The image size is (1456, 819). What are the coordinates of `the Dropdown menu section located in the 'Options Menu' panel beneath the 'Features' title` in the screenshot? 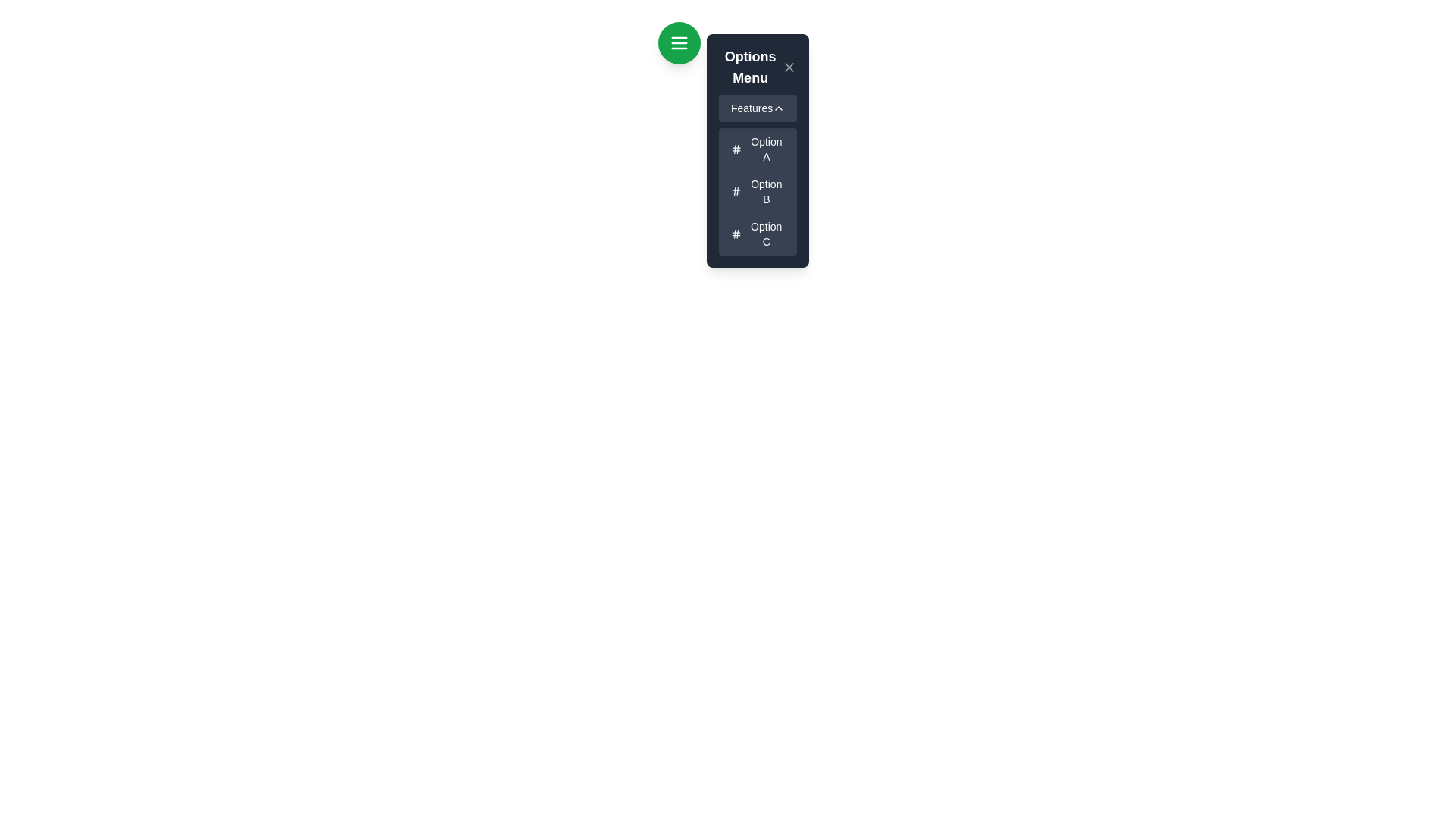 It's located at (758, 174).